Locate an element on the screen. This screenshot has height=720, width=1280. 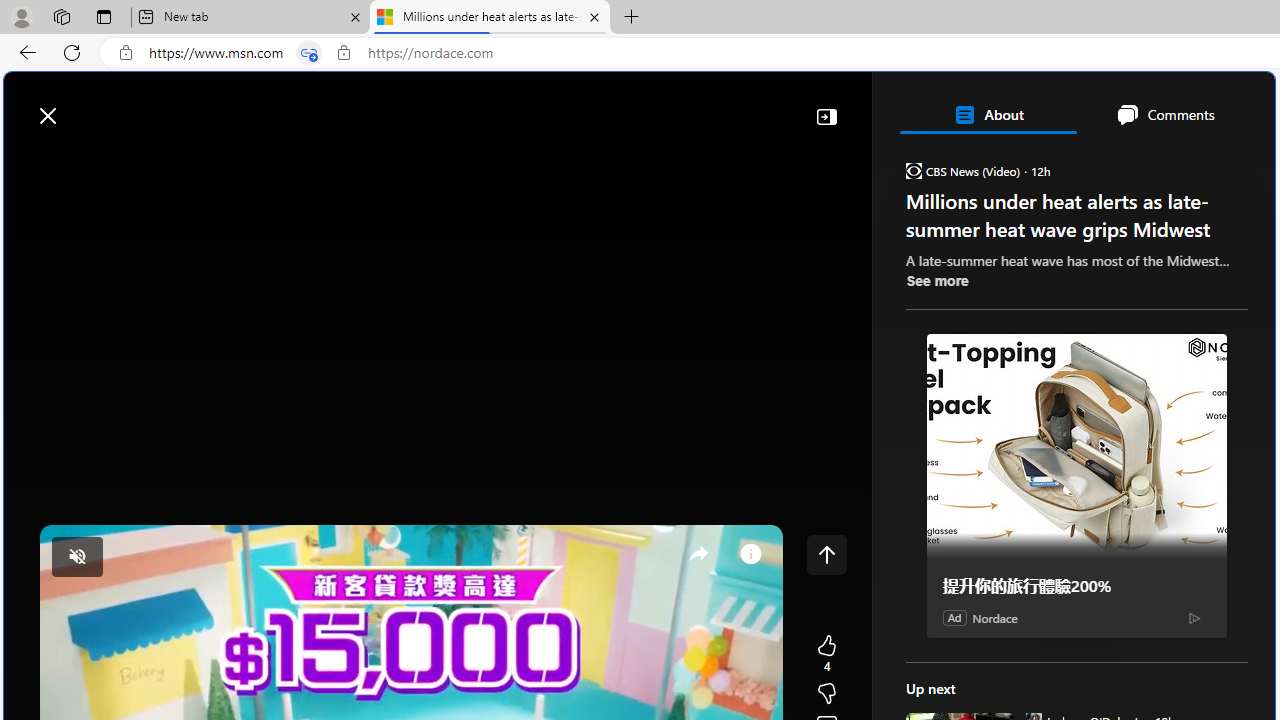
'CBS News (Video)' is located at coordinates (912, 169).